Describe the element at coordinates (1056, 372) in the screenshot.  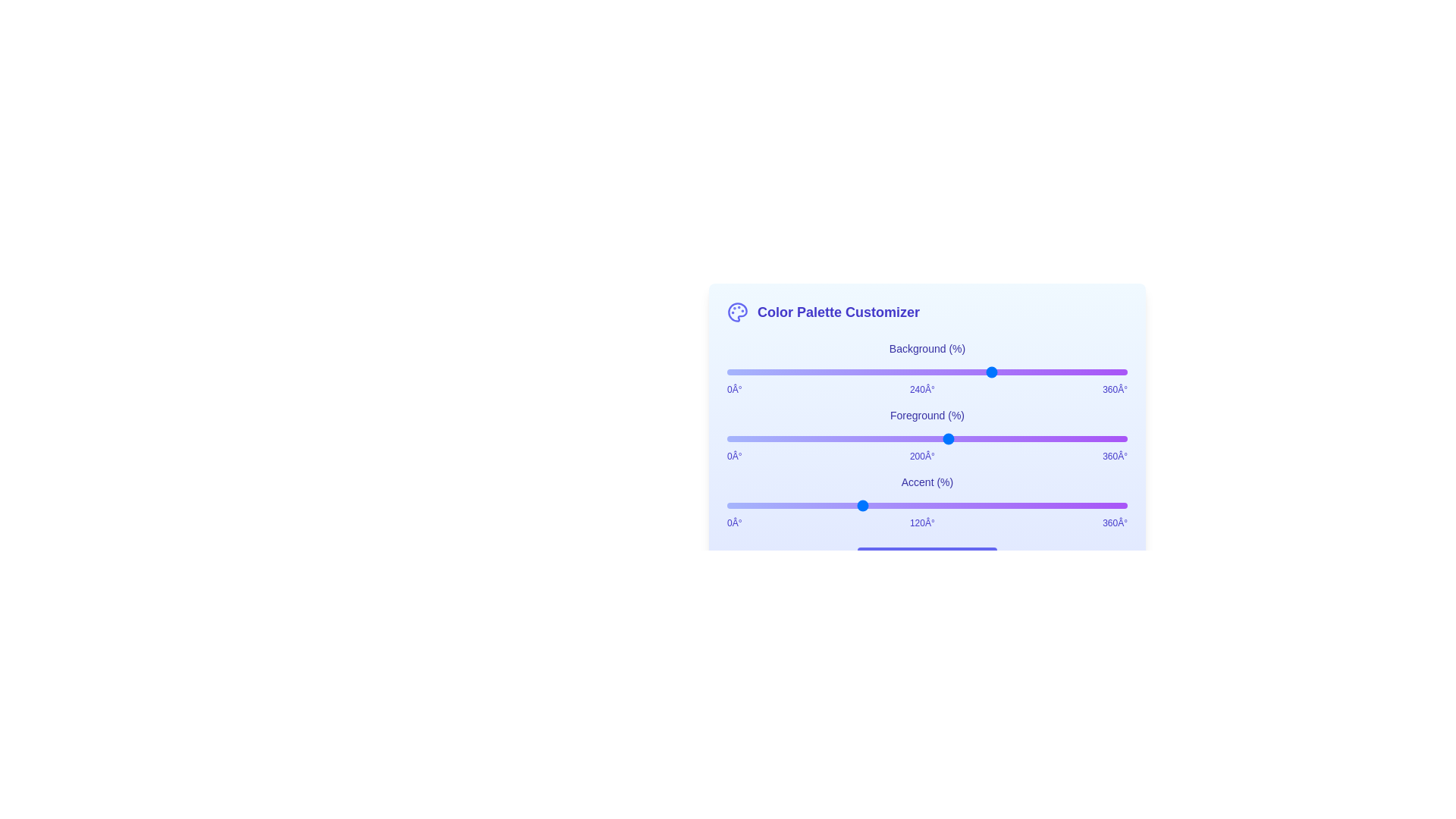
I see `the background color slider to set the hue to 297 degrees` at that location.